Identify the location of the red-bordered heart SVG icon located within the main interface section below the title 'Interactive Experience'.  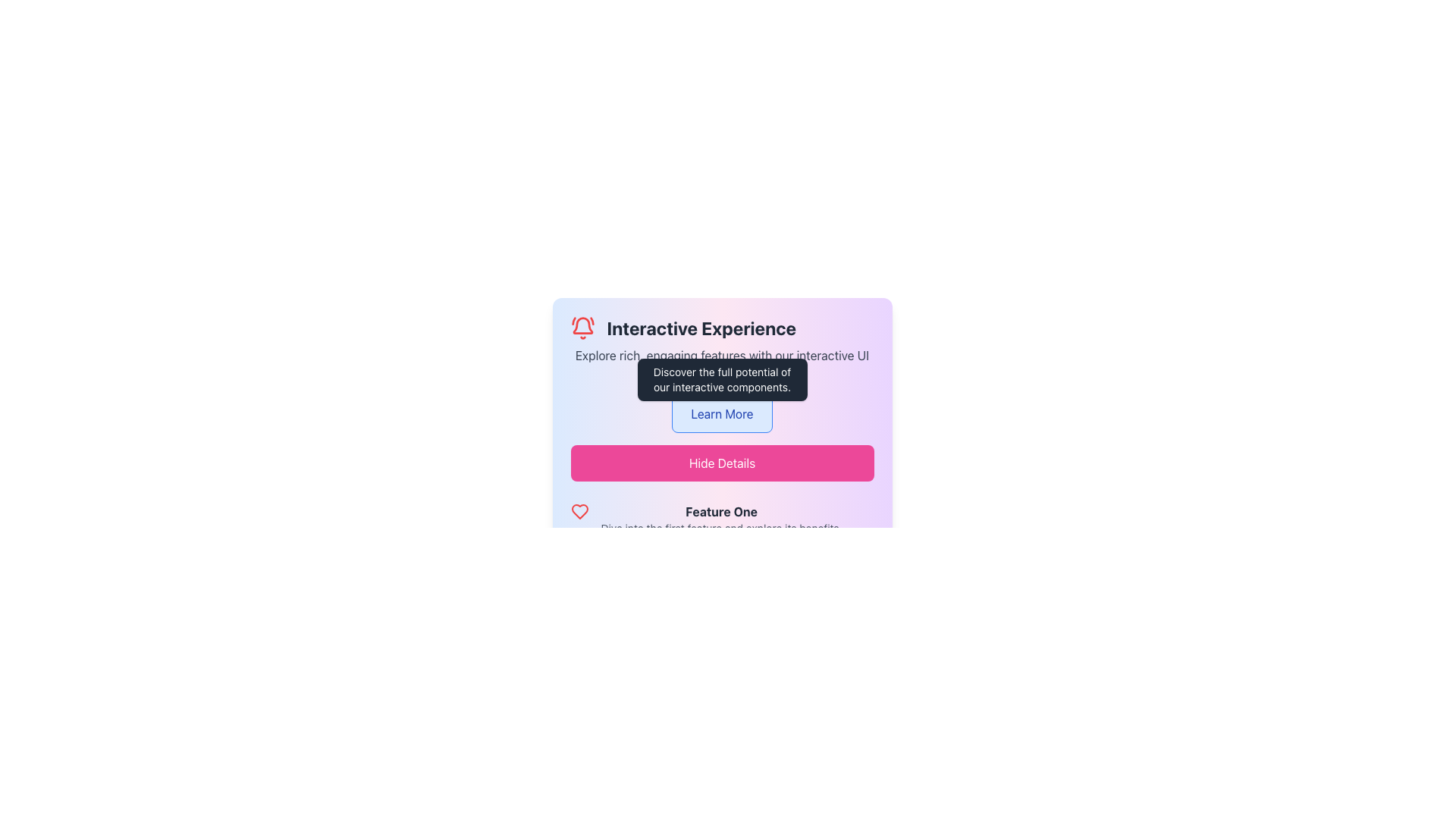
(579, 512).